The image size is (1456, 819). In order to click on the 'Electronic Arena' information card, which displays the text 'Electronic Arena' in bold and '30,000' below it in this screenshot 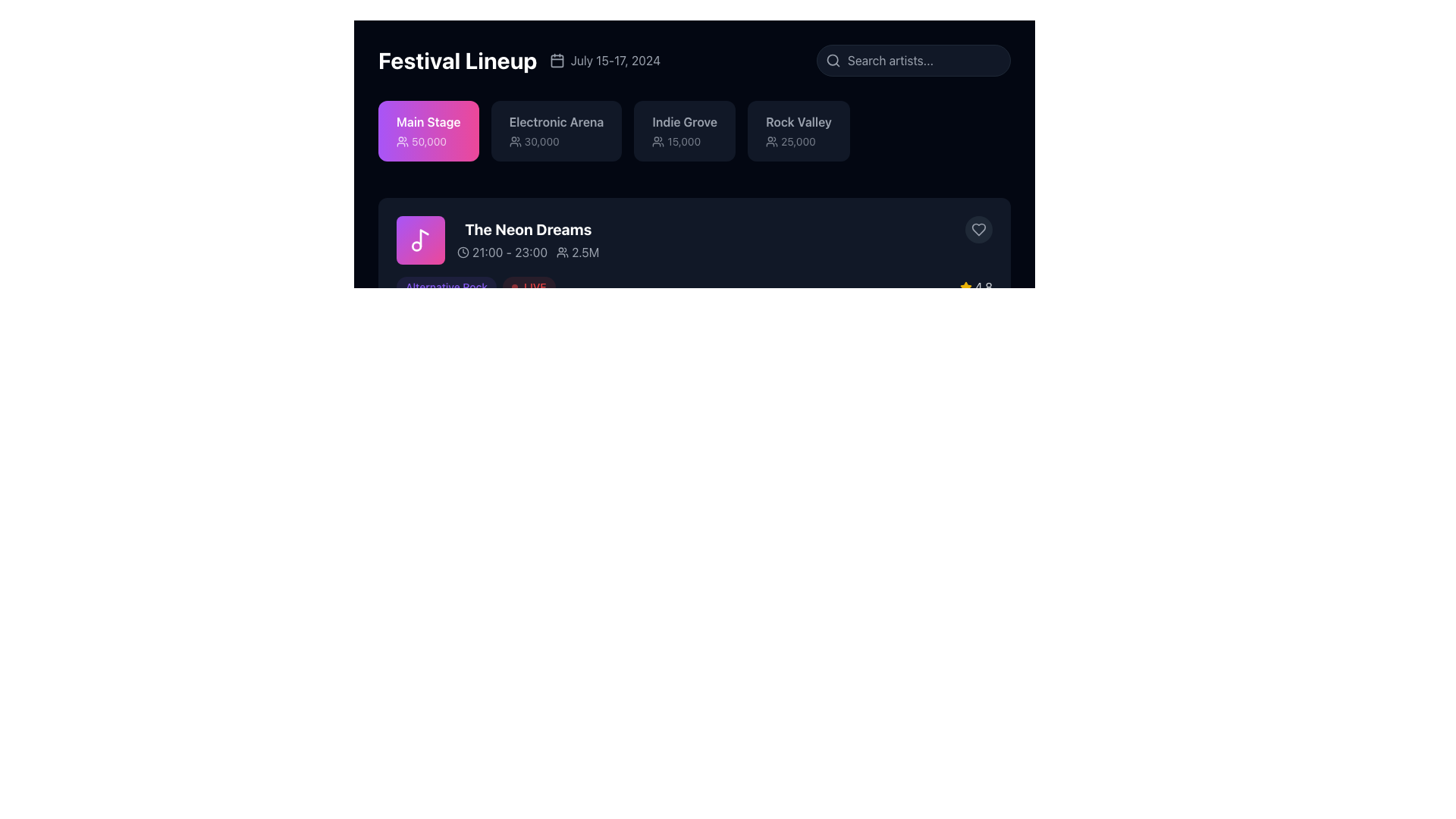, I will do `click(556, 130)`.